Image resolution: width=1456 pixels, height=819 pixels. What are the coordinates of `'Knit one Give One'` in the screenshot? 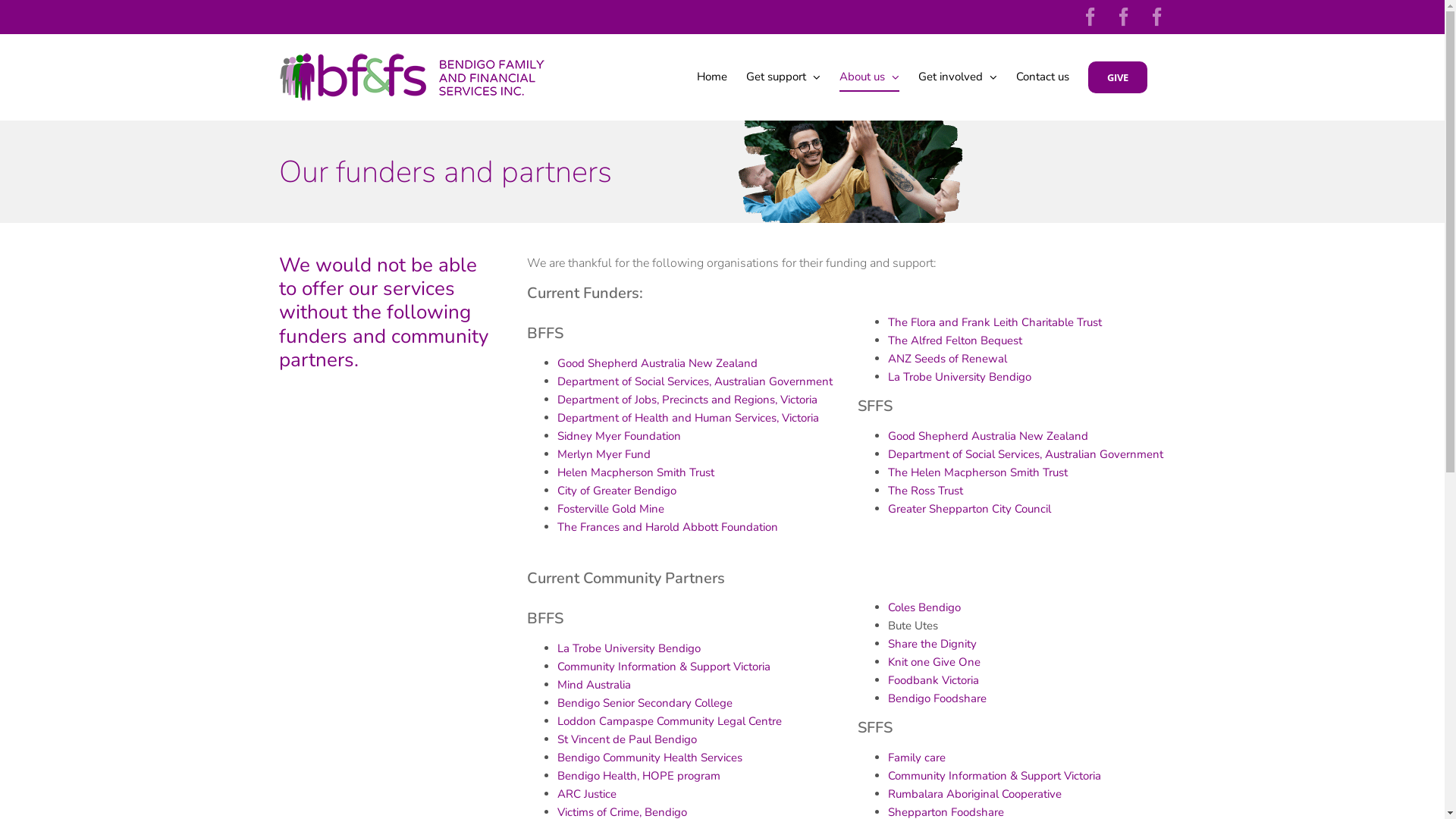 It's located at (934, 661).